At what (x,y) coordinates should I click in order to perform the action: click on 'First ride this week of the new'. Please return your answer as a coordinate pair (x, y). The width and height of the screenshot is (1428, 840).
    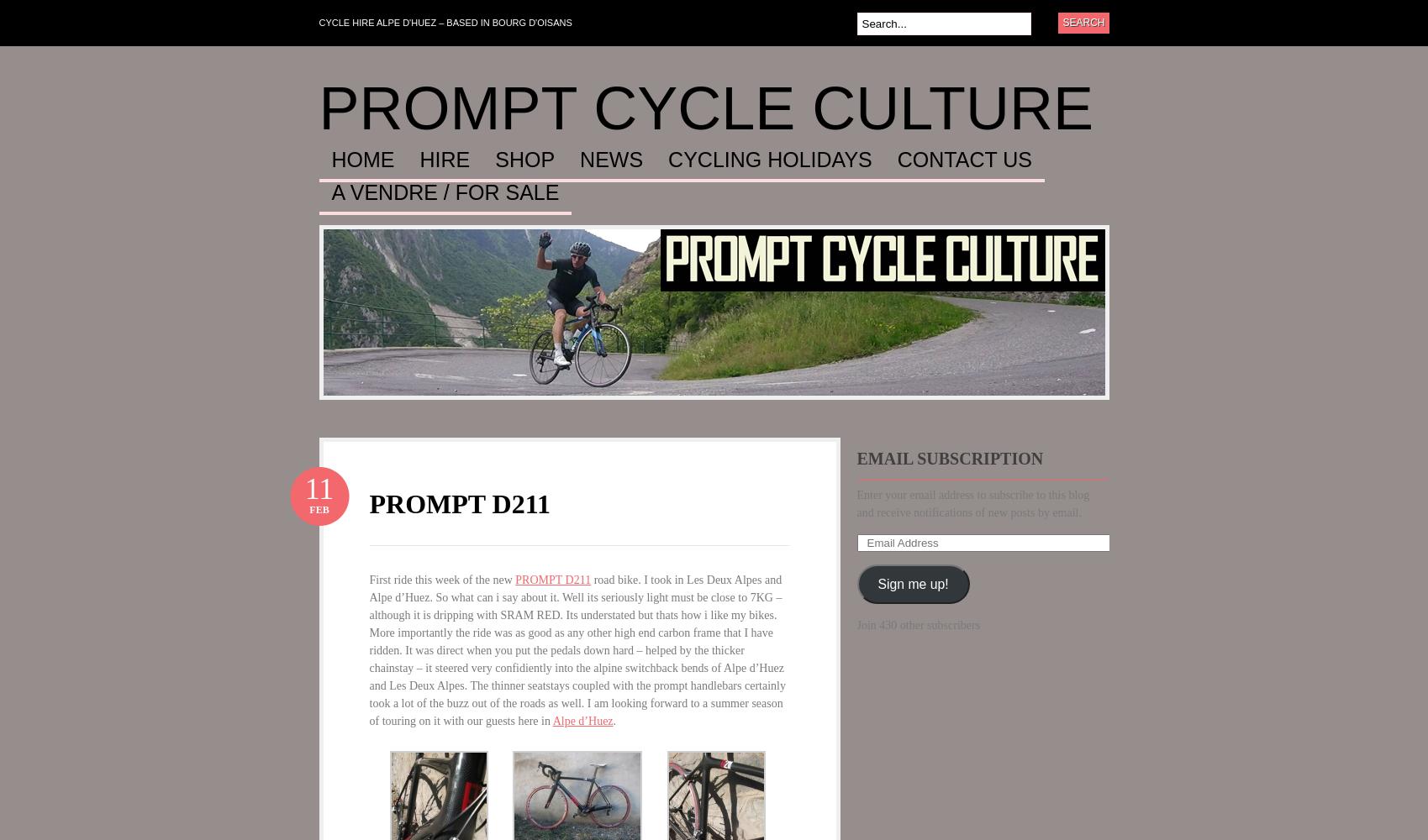
    Looking at the image, I should click on (441, 579).